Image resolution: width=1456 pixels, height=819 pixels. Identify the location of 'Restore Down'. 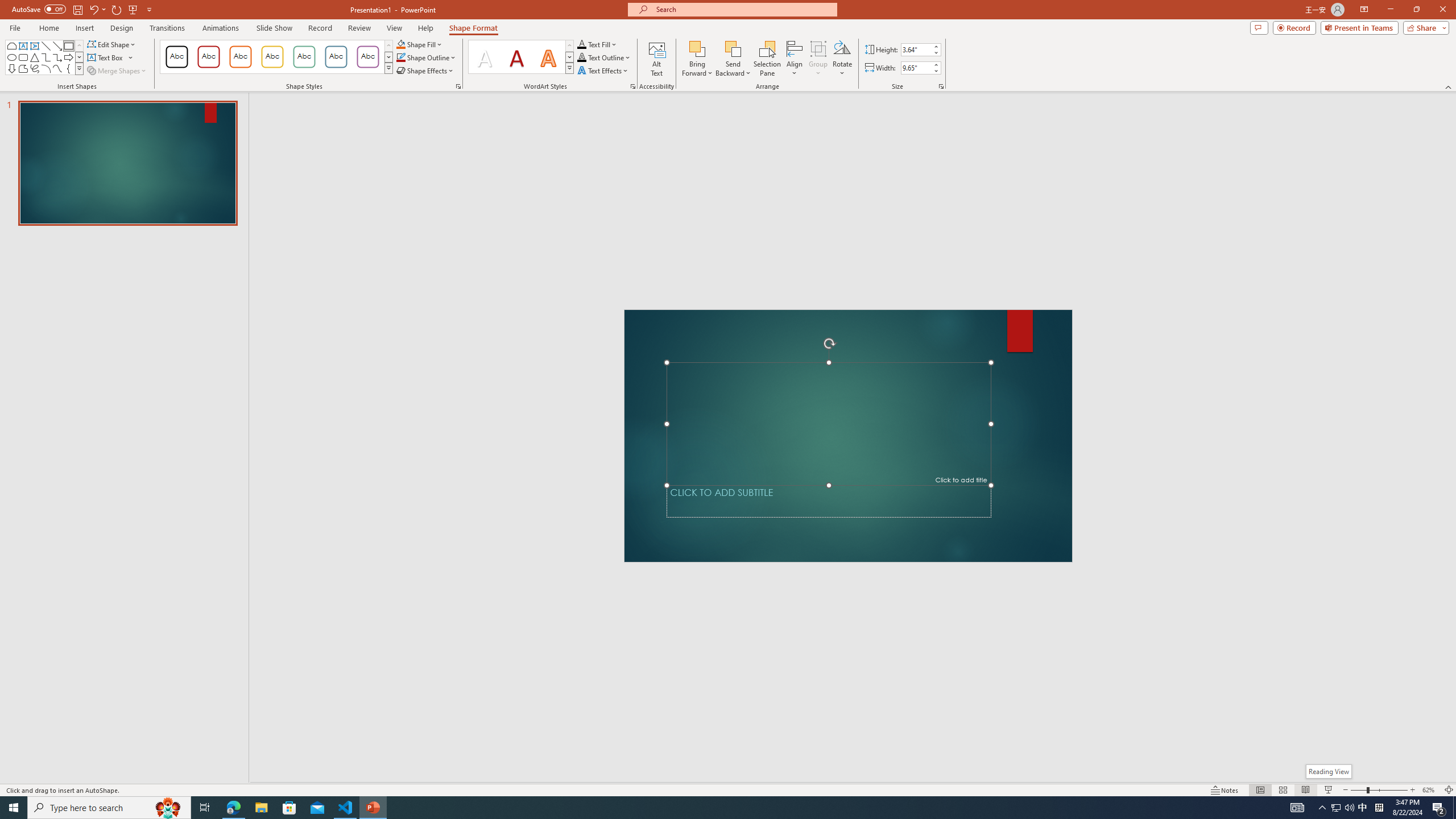
(1416, 9).